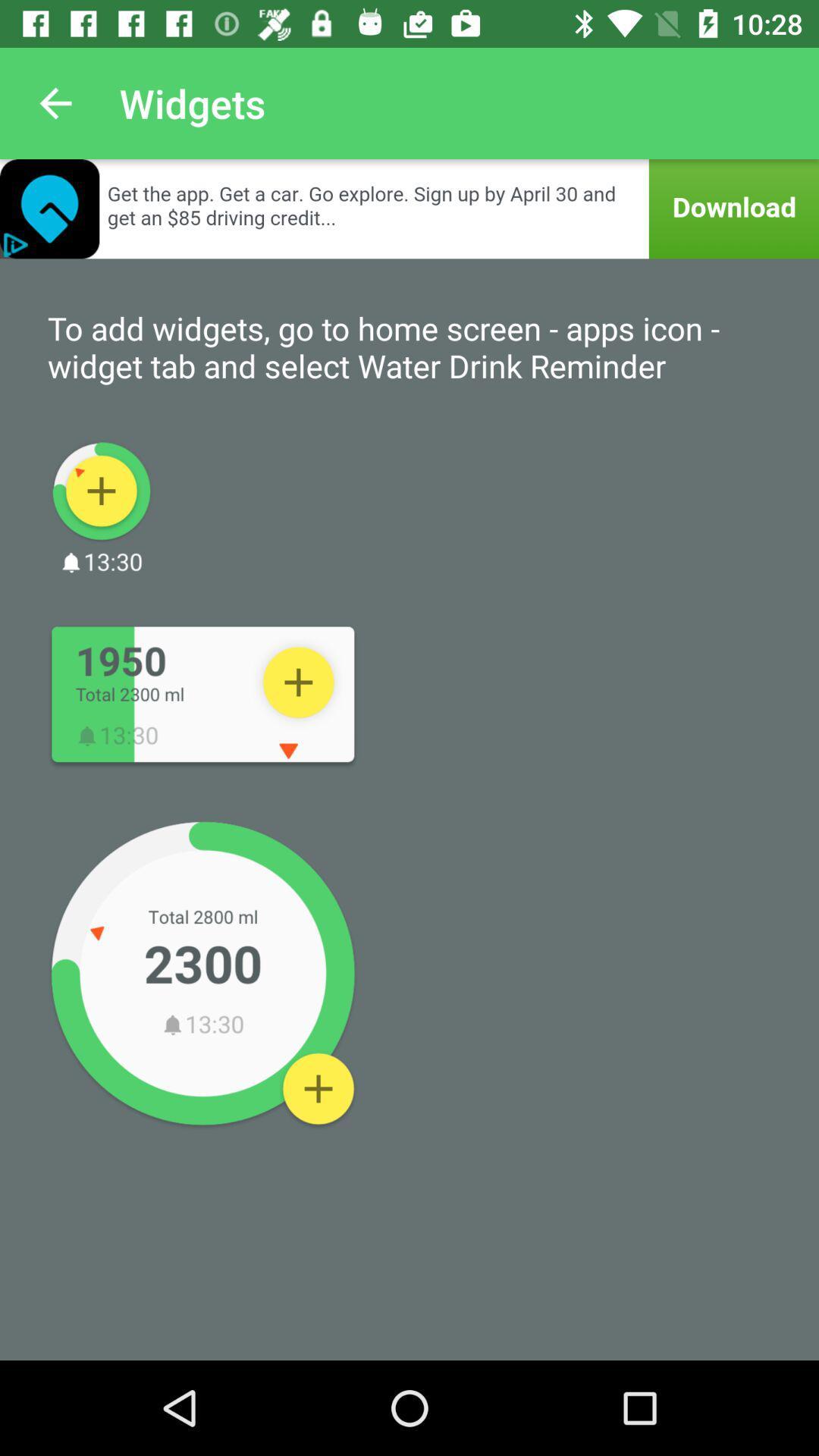 Image resolution: width=819 pixels, height=1456 pixels. What do you see at coordinates (409, 208) in the screenshot?
I see `open advertisement` at bounding box center [409, 208].